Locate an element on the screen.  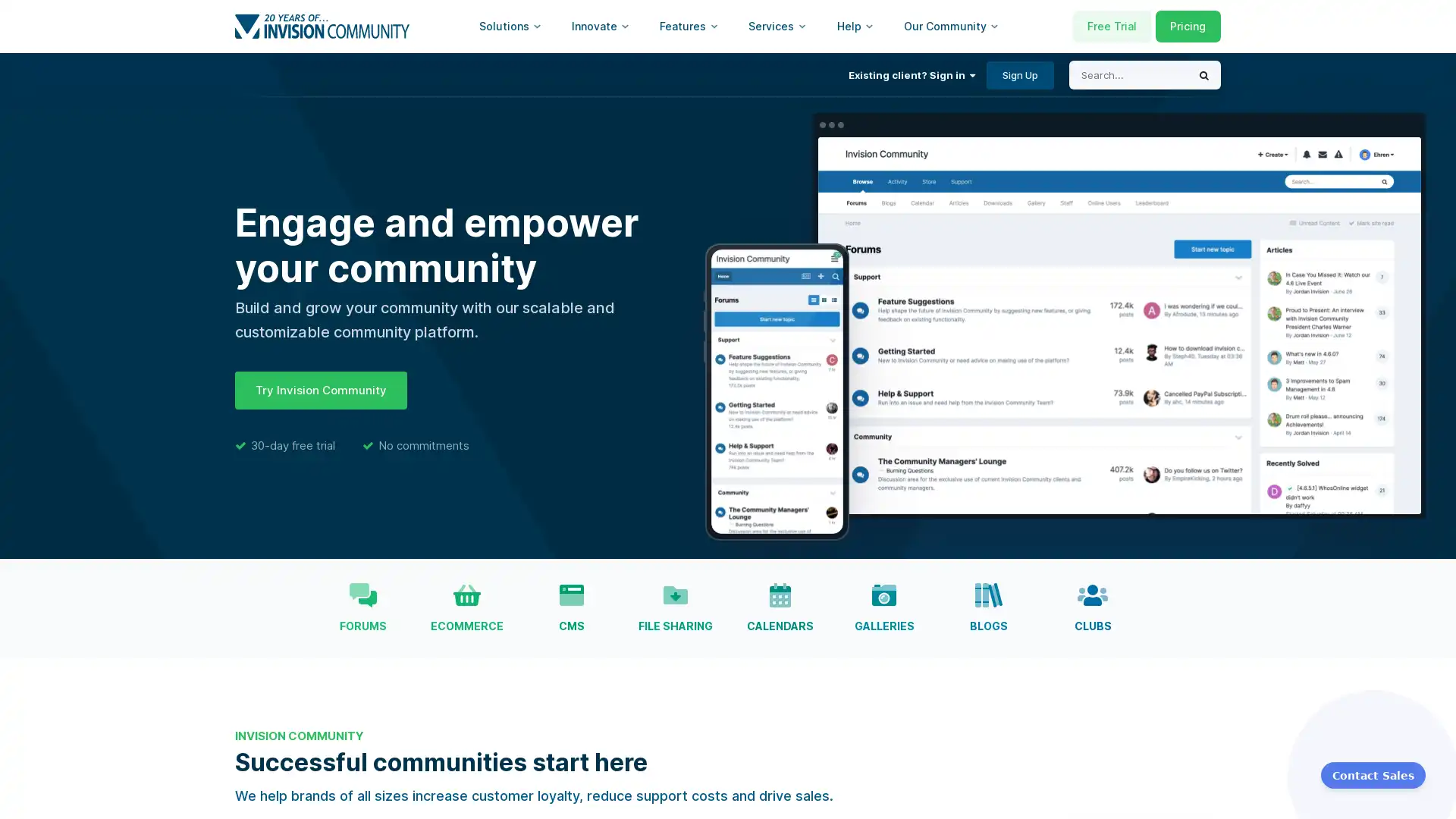
Innovate is located at coordinates (600, 26).